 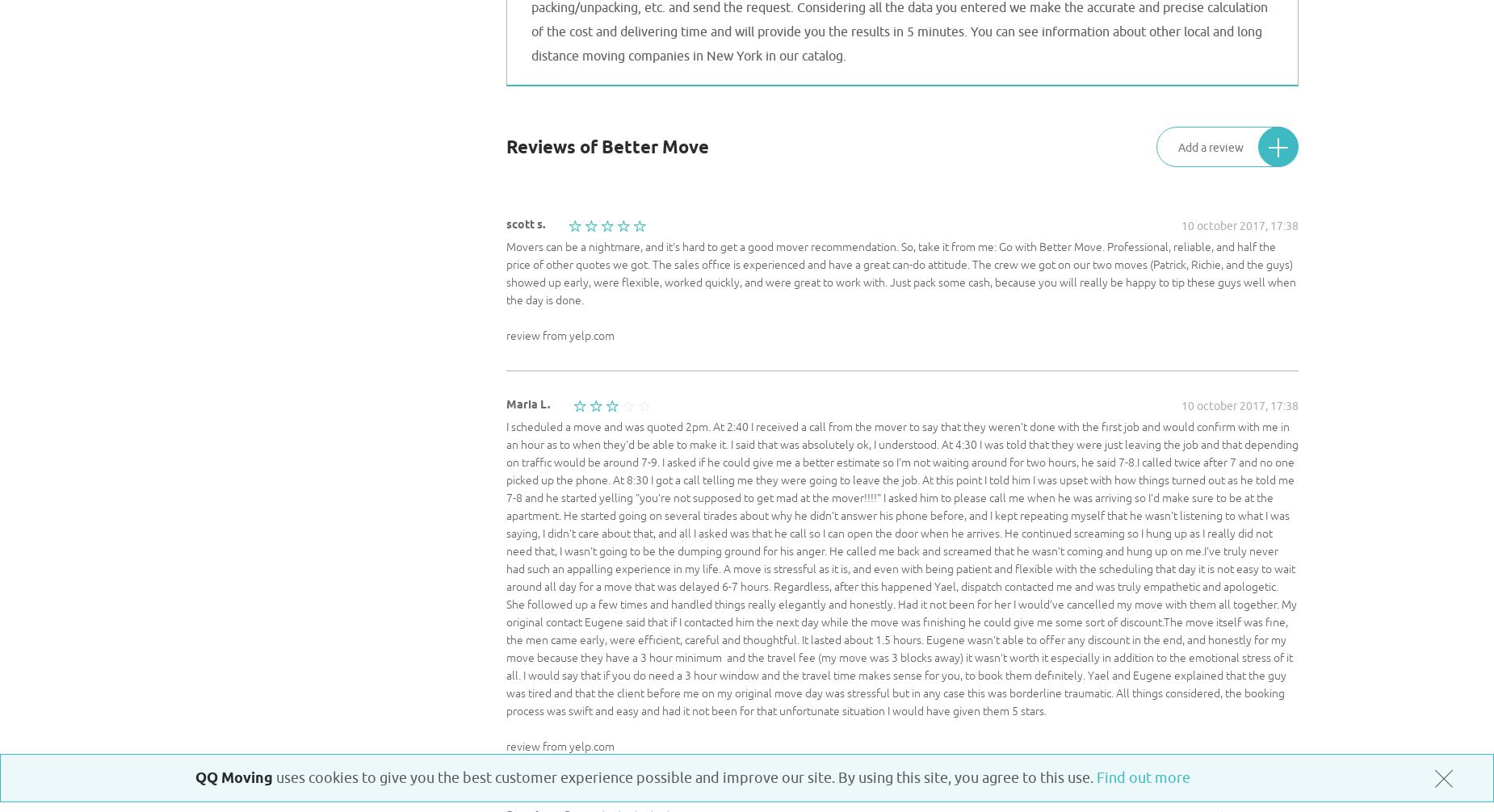 What do you see at coordinates (685, 777) in the screenshot?
I see `'uses cookies to give you the best customer experience possible and improve our site. By using this site, you agree to this use.'` at bounding box center [685, 777].